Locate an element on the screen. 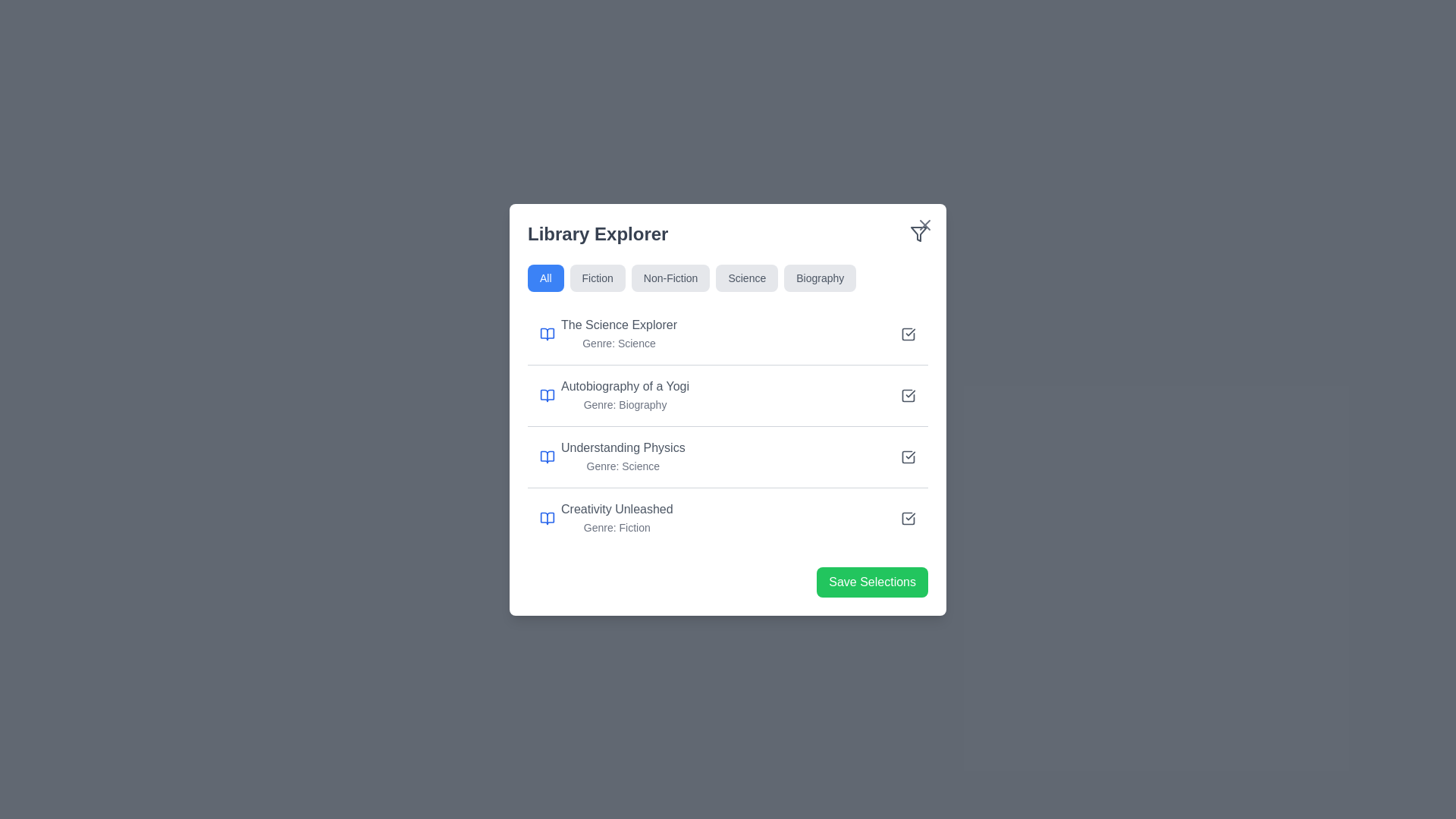 The image size is (1456, 819). the 'Science' button with a gray background and text to filter content in the Library Explorer section is located at coordinates (747, 278).